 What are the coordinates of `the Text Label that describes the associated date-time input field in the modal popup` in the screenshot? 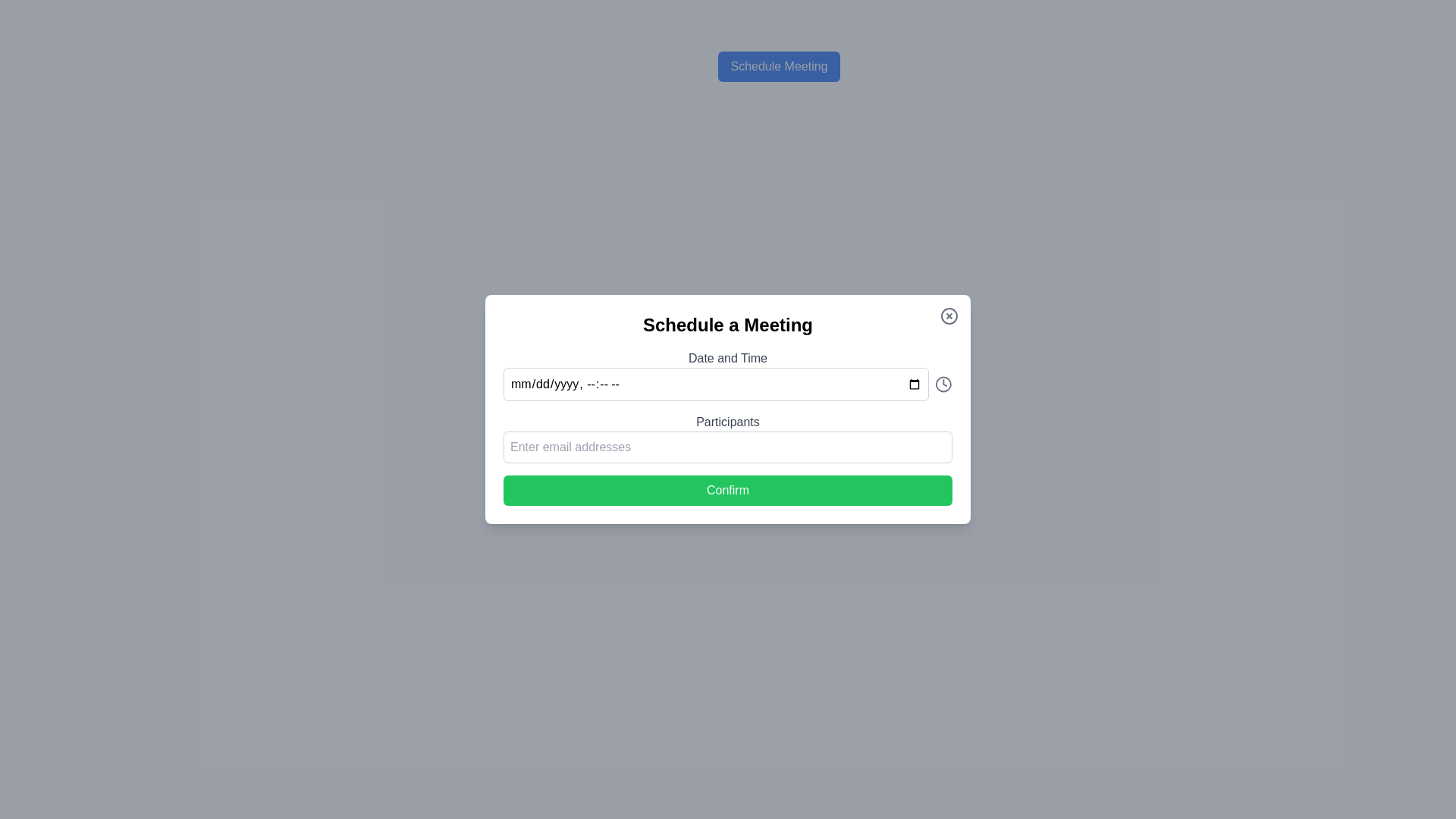 It's located at (728, 359).